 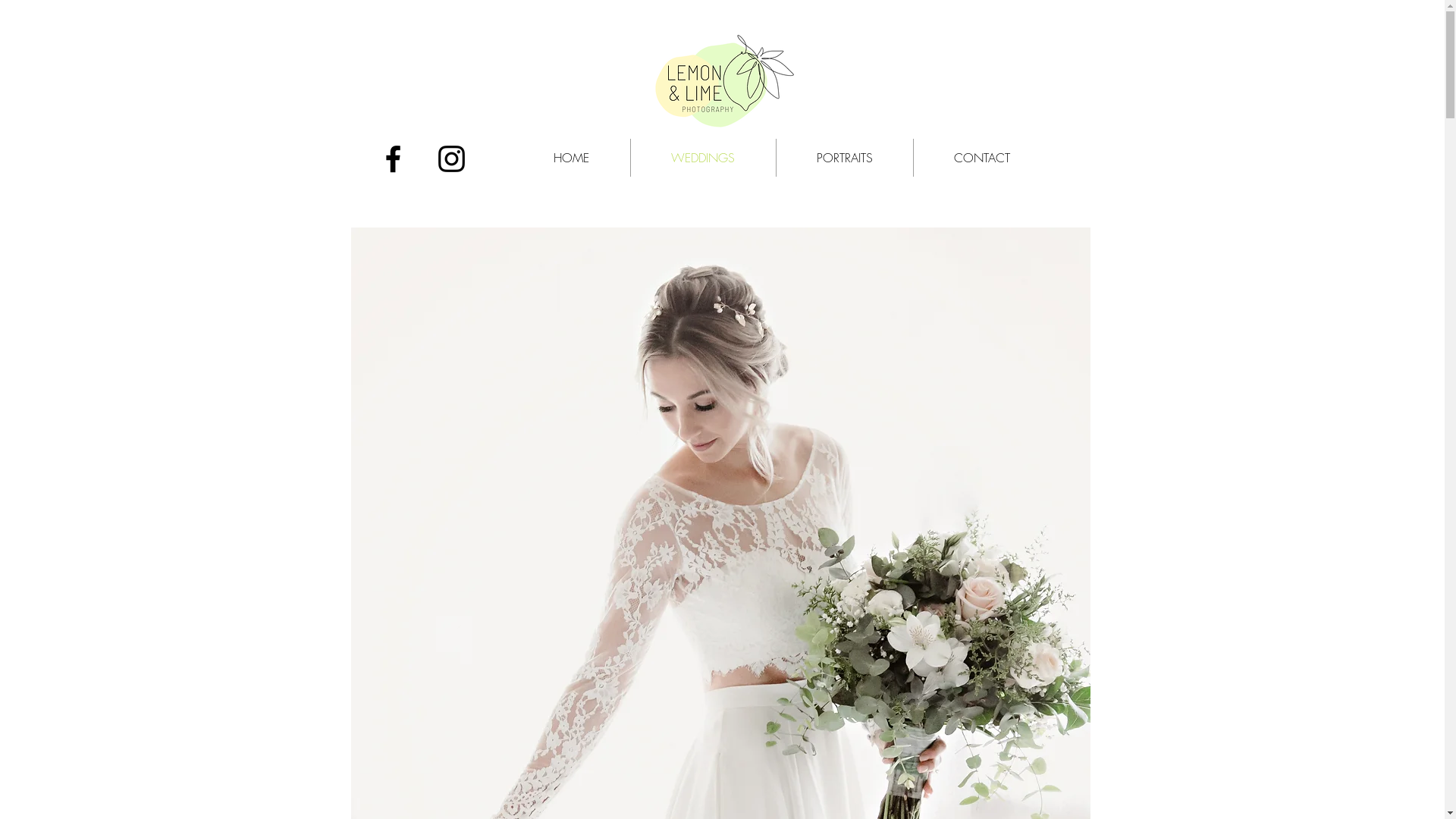 I want to click on 'CONTACT', so click(x=981, y=158).